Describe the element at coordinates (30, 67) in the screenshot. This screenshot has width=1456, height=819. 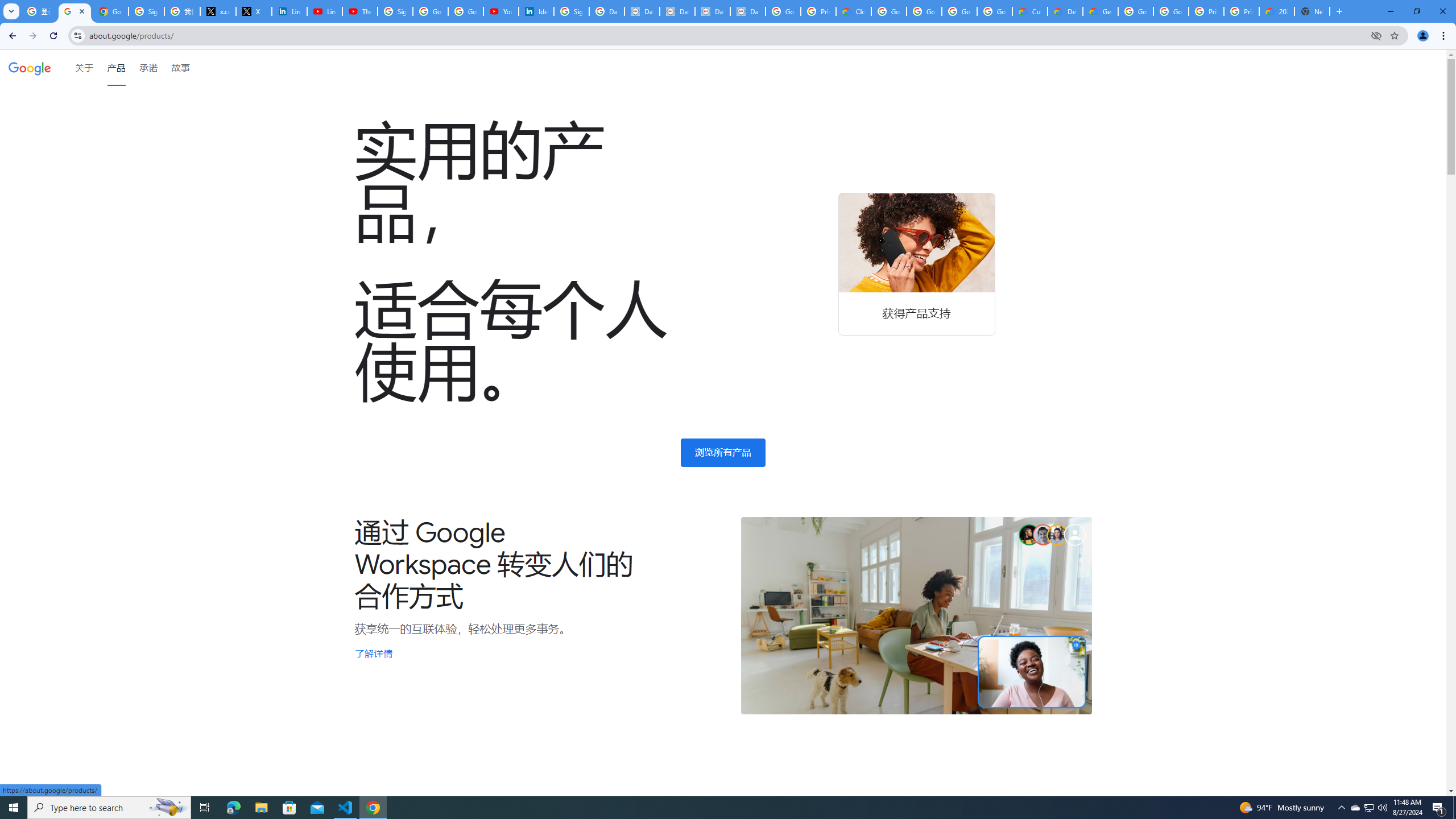
I see `'Google'` at that location.